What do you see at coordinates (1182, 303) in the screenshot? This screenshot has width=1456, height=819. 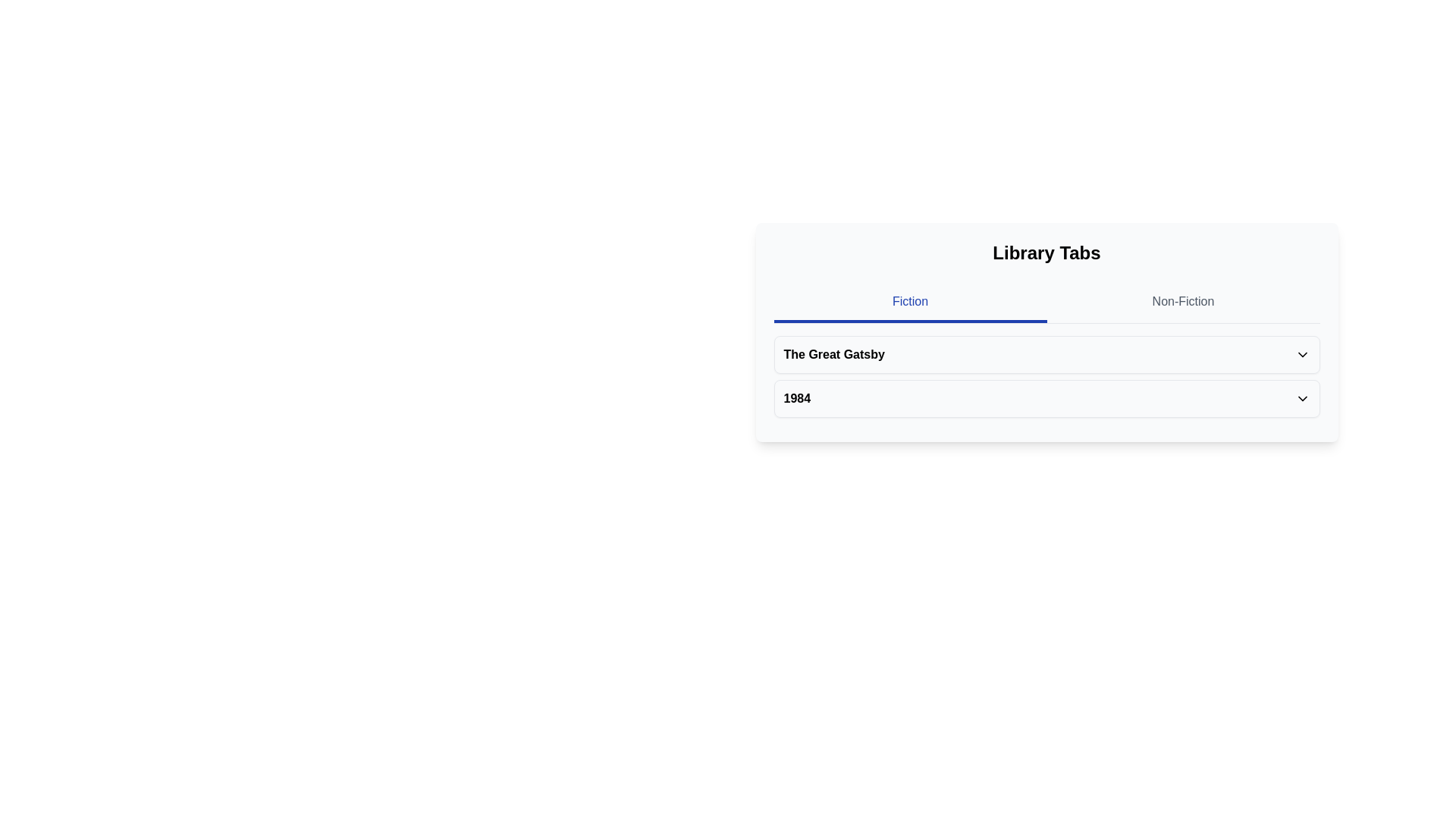 I see `the 'Non-Fiction' tab, which is a horizontally oriented text label with a gray font color, located on the right side of the tab group` at bounding box center [1182, 303].